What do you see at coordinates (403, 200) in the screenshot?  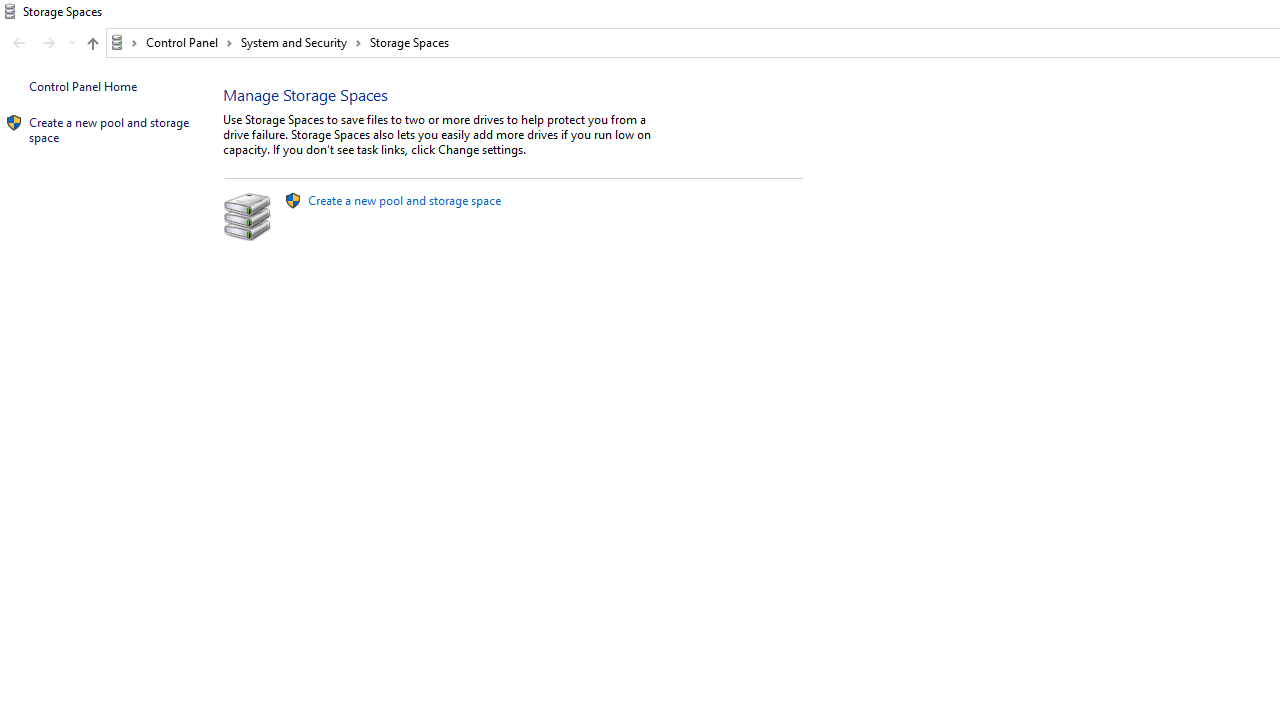 I see `'Create a new pool and storage space'` at bounding box center [403, 200].